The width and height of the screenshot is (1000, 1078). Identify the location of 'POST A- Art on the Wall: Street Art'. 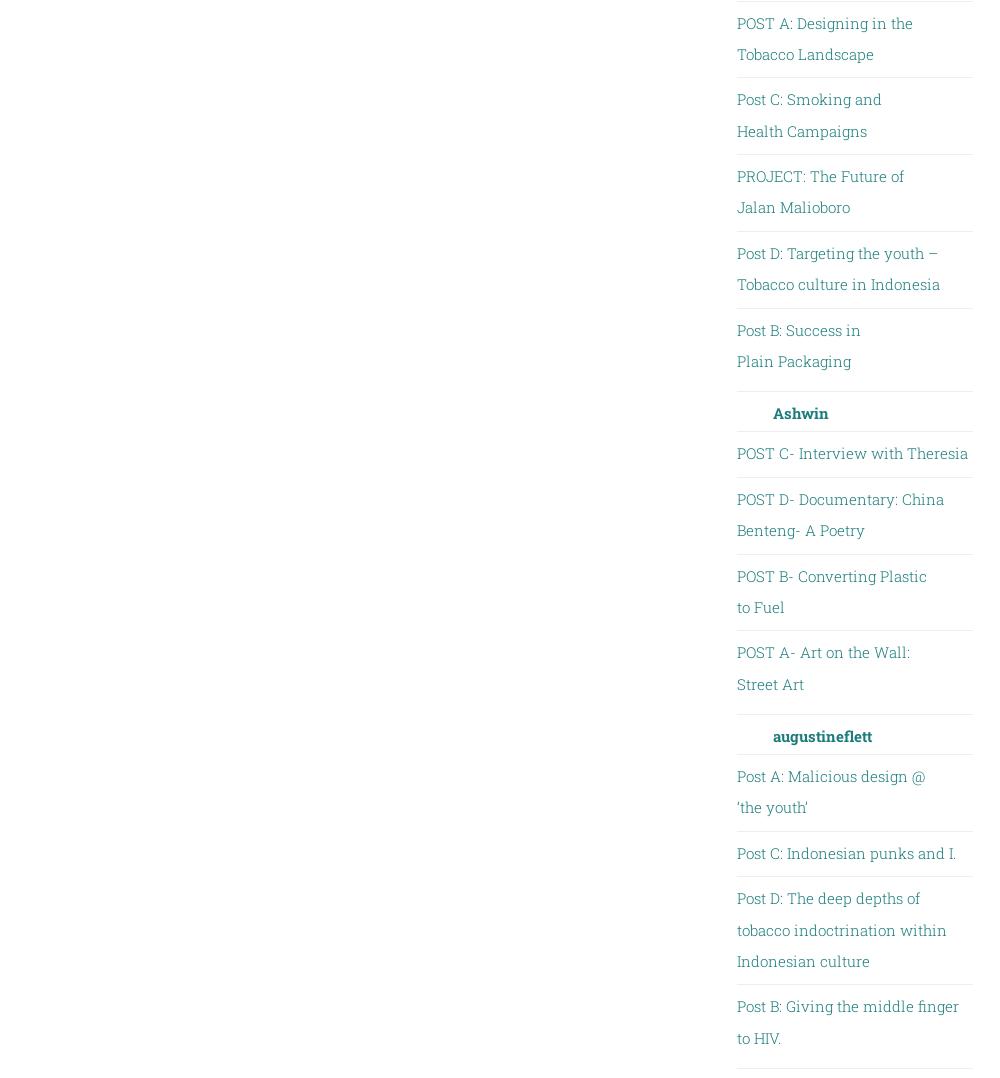
(821, 667).